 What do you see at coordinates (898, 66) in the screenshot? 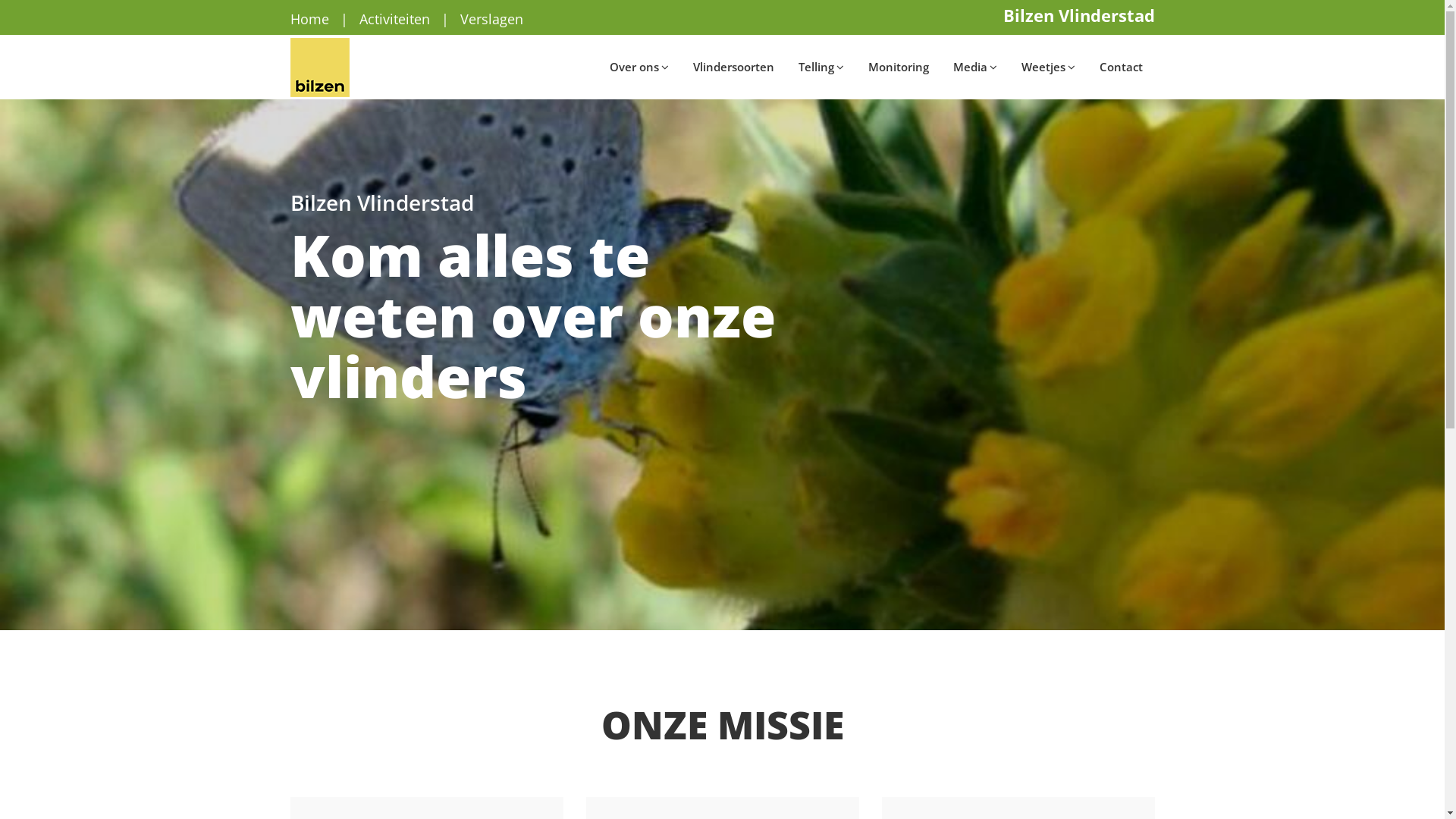
I see `'Monitoring'` at bounding box center [898, 66].